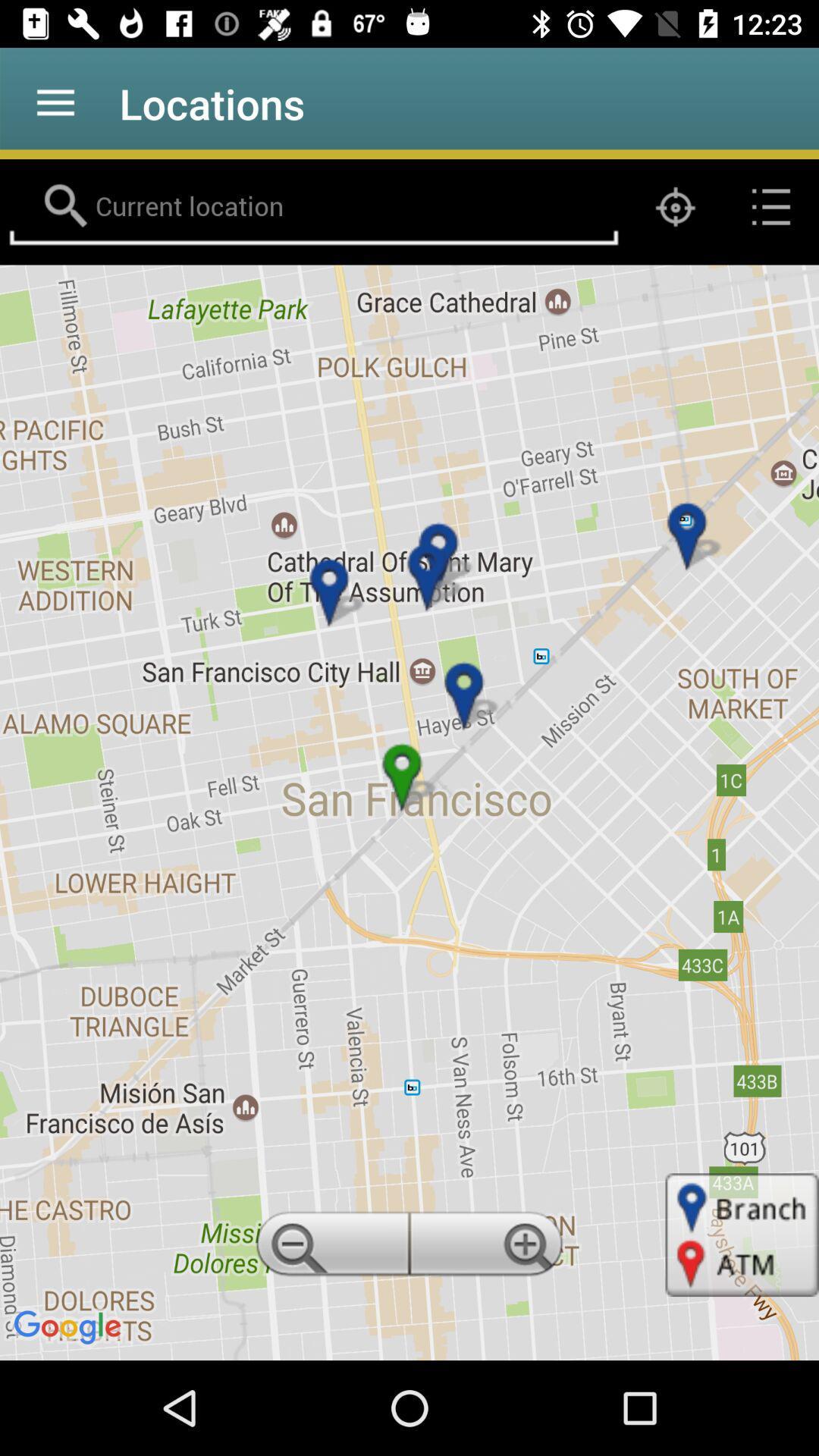 This screenshot has height=1456, width=819. I want to click on location, so click(312, 206).